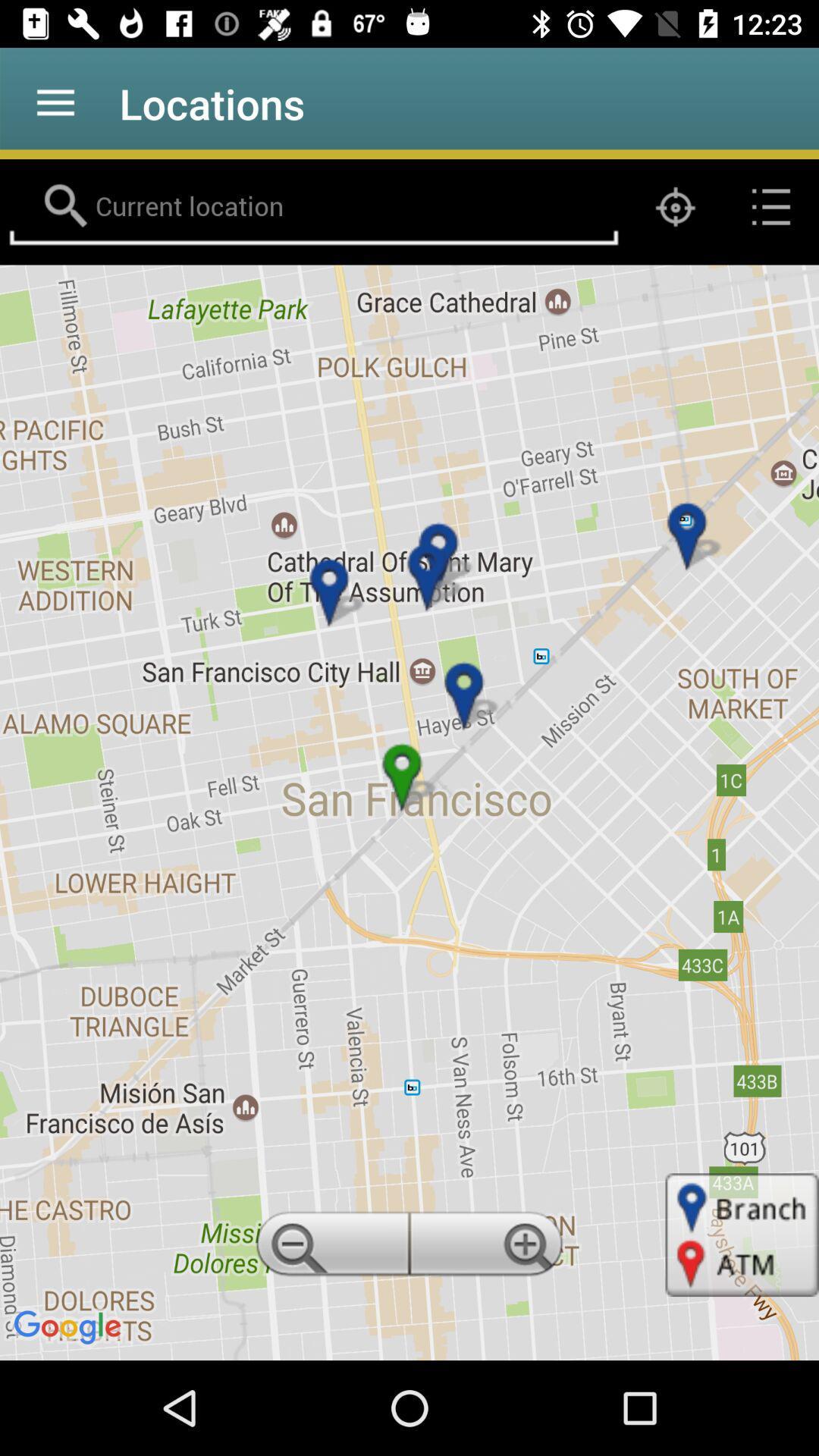 This screenshot has height=1456, width=819. I want to click on location, so click(312, 206).